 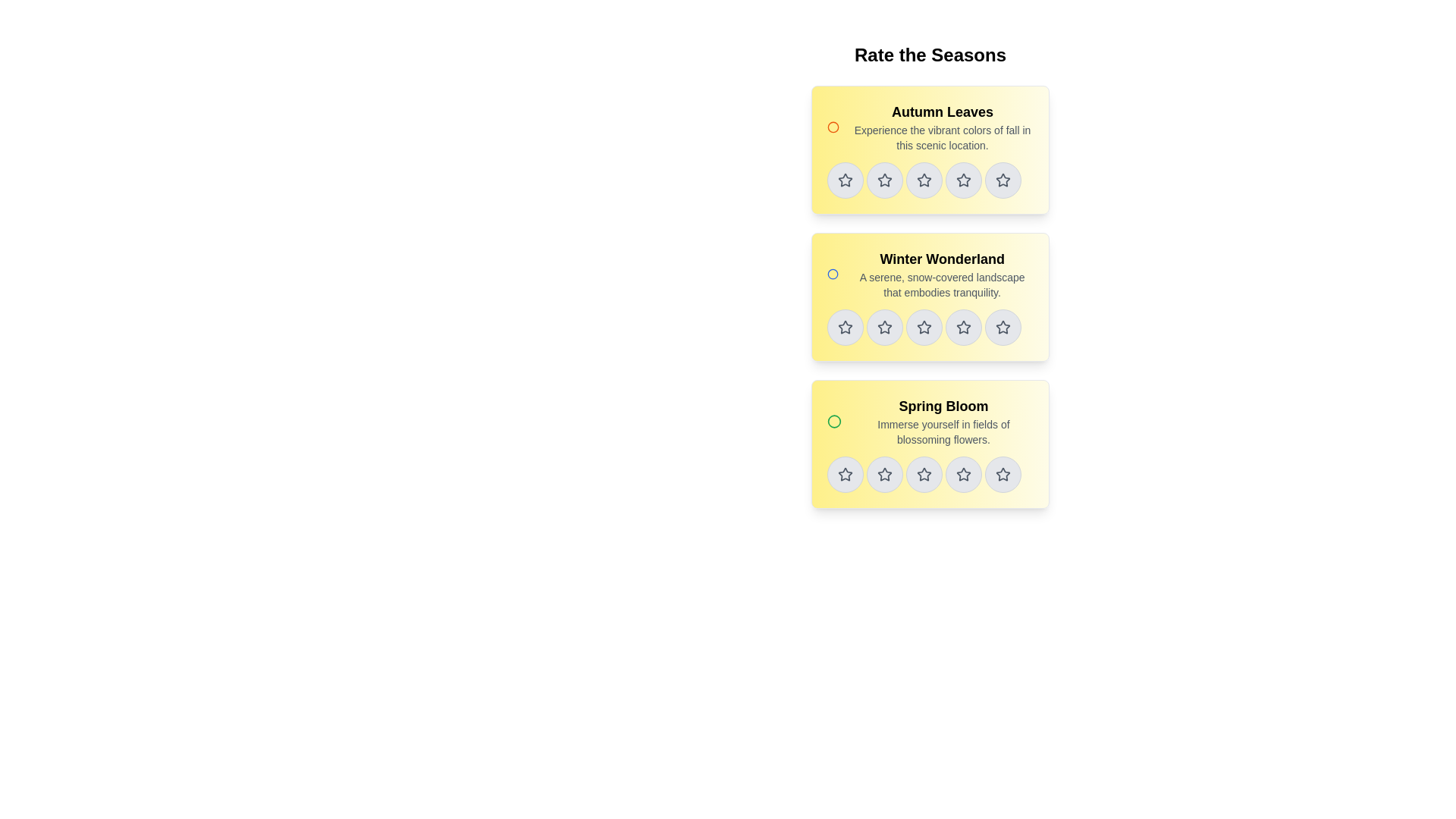 I want to click on the fourth star icon (interactive rating star) in the row under the 'Winter Wonderland' section, so click(x=1003, y=326).